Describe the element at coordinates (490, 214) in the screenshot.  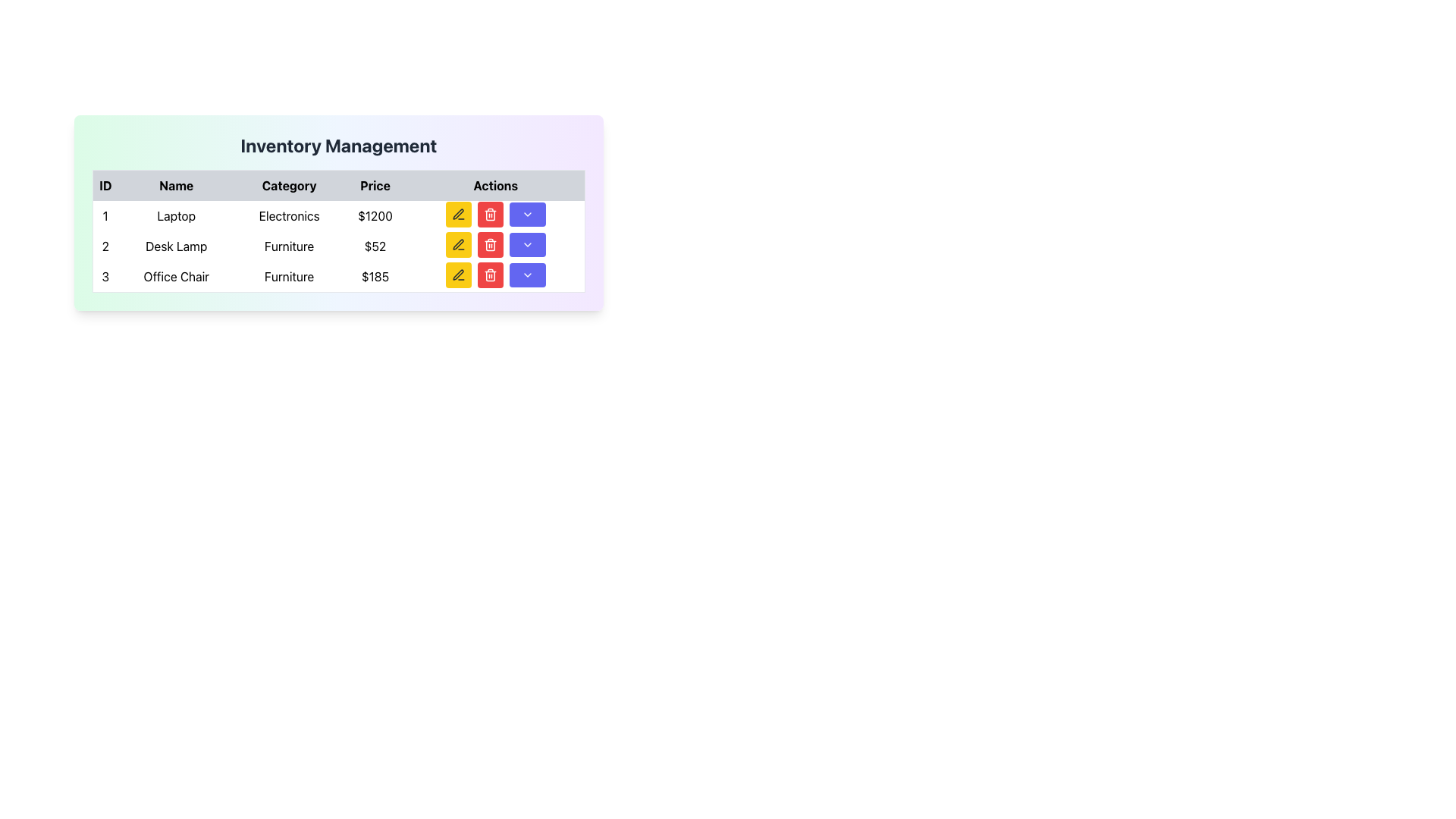
I see `the red button with a trash can icon in the 'Actions' column` at that location.